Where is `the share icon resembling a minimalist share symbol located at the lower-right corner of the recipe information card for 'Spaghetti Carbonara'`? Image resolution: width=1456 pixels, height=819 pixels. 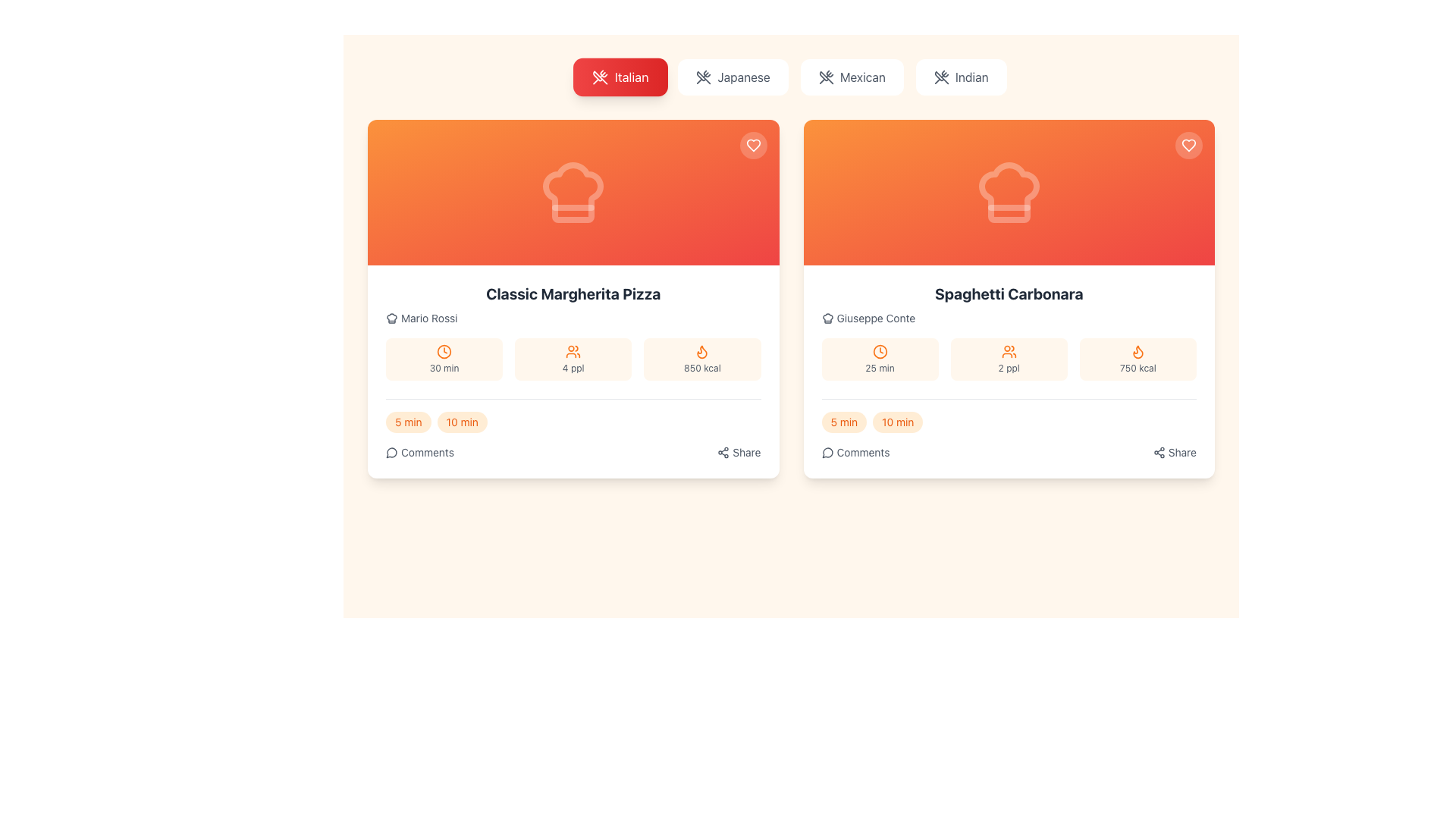
the share icon resembling a minimalist share symbol located at the lower-right corner of the recipe information card for 'Spaghetti Carbonara' is located at coordinates (1158, 452).